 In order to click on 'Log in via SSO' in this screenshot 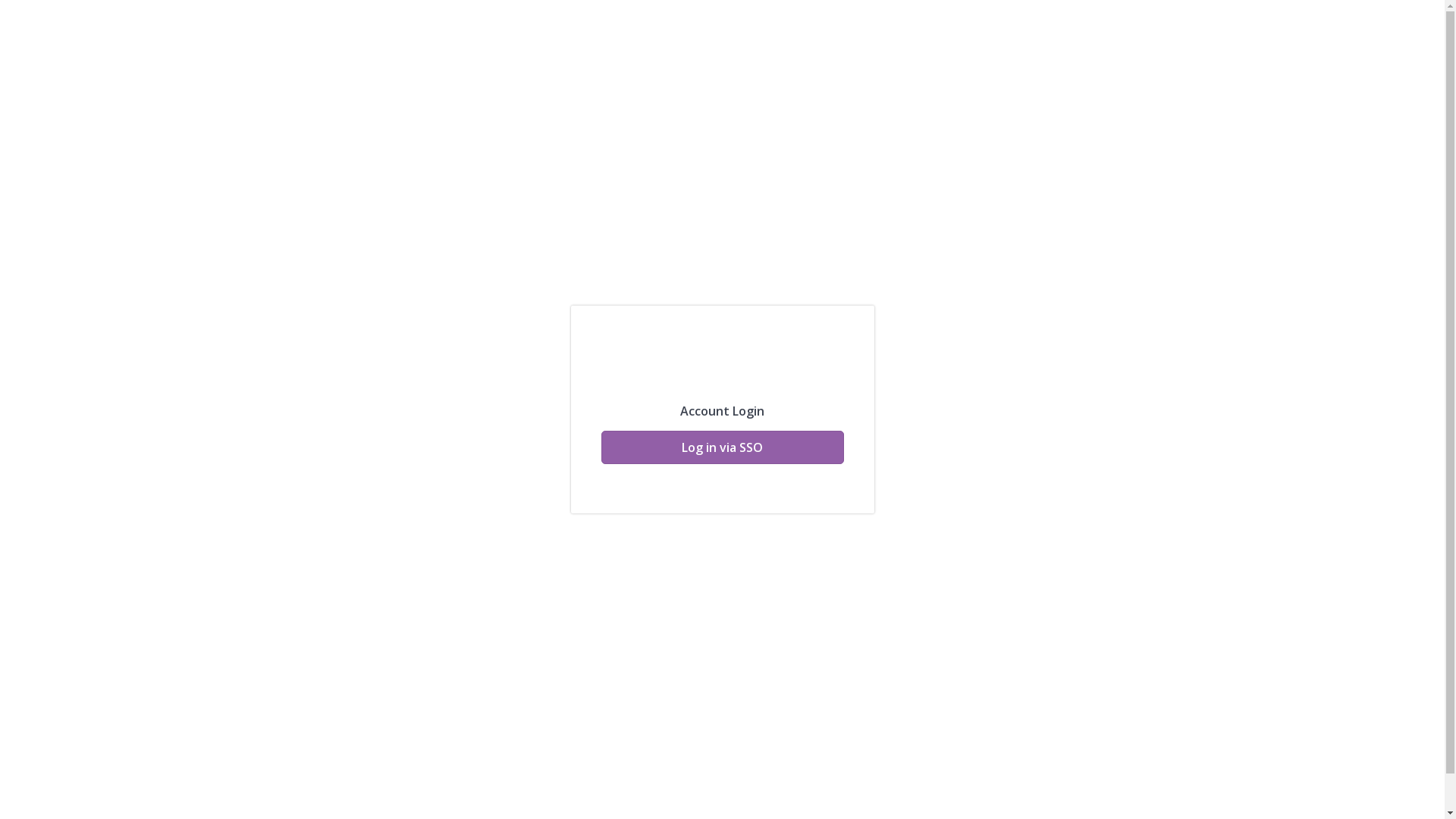, I will do `click(720, 447)`.